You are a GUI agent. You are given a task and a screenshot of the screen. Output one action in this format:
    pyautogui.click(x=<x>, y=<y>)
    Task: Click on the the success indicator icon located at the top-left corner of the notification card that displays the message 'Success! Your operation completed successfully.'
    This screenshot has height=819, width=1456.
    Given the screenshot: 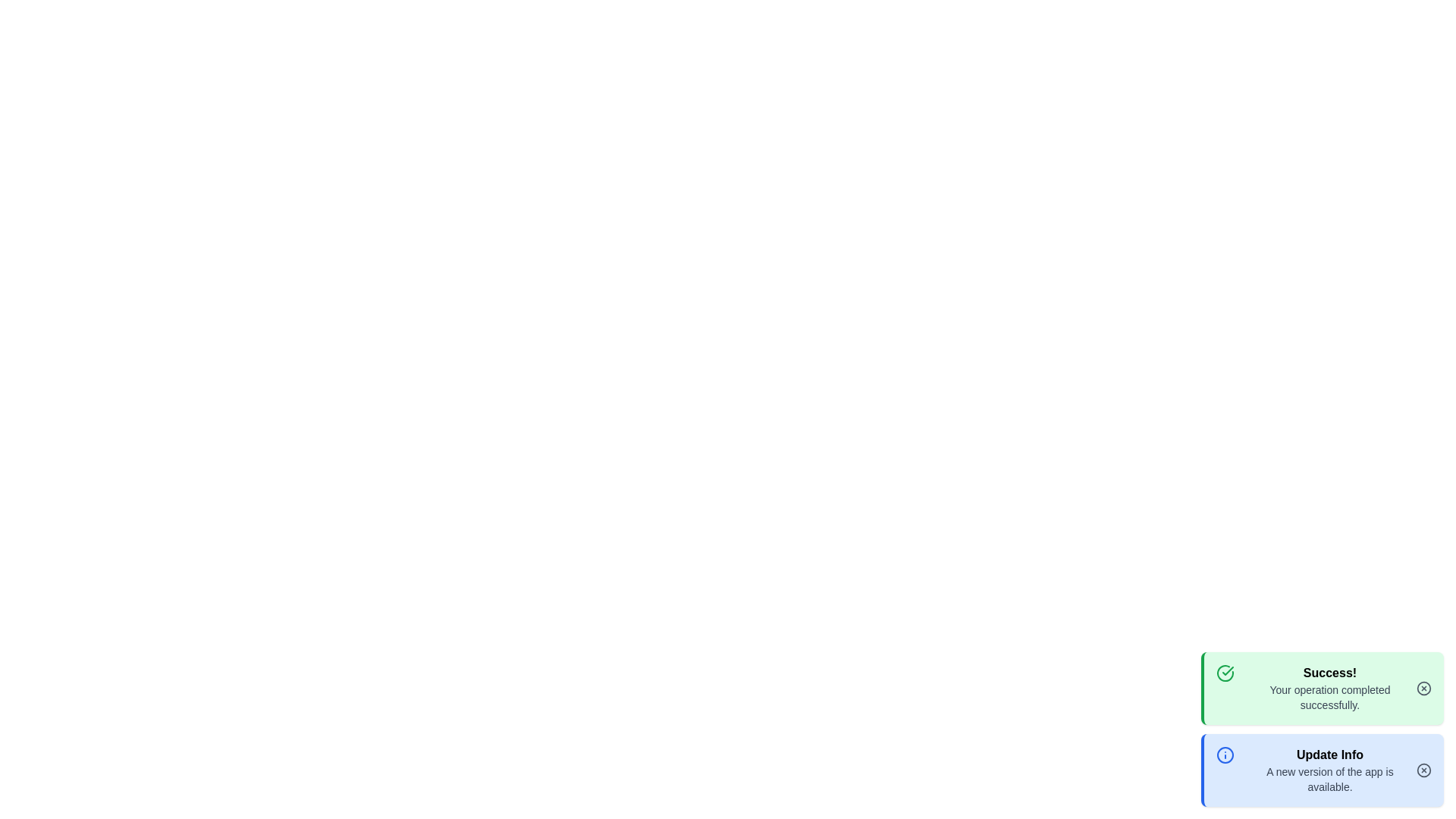 What is the action you would take?
    pyautogui.click(x=1225, y=688)
    